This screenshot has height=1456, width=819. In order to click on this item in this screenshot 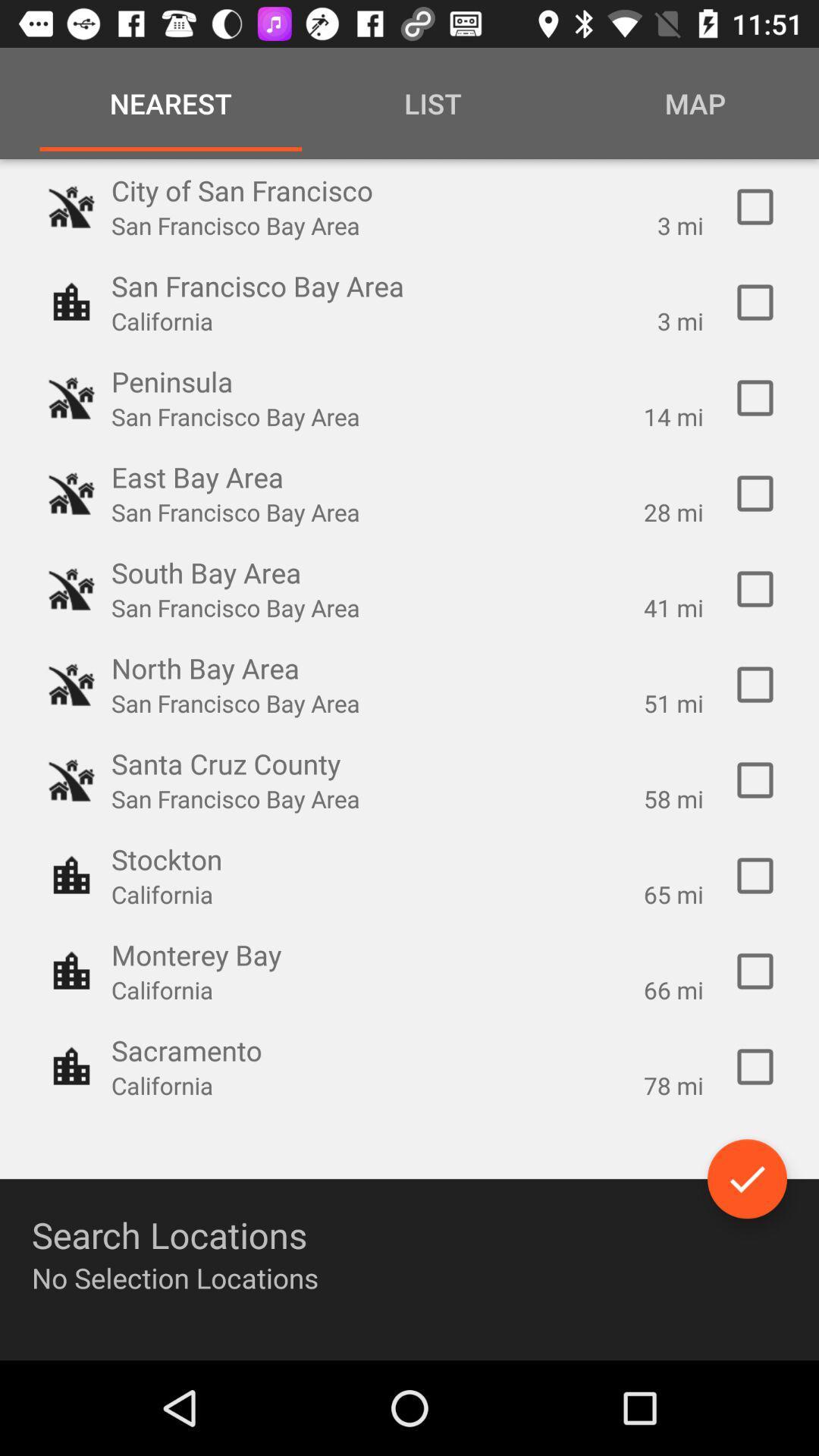, I will do `click(755, 397)`.